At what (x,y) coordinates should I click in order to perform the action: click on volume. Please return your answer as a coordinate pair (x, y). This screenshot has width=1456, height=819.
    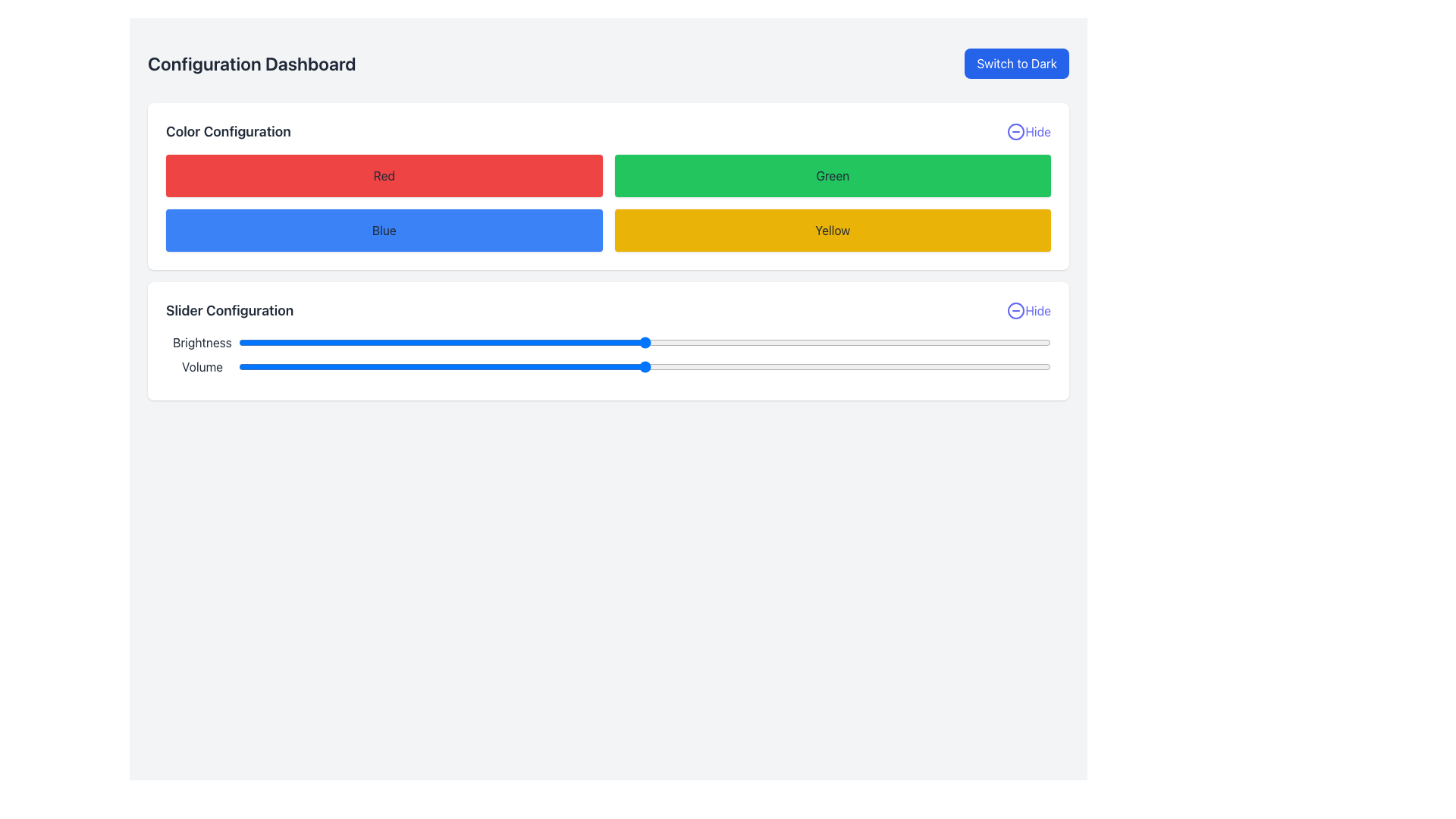
    Looking at the image, I should click on (701, 366).